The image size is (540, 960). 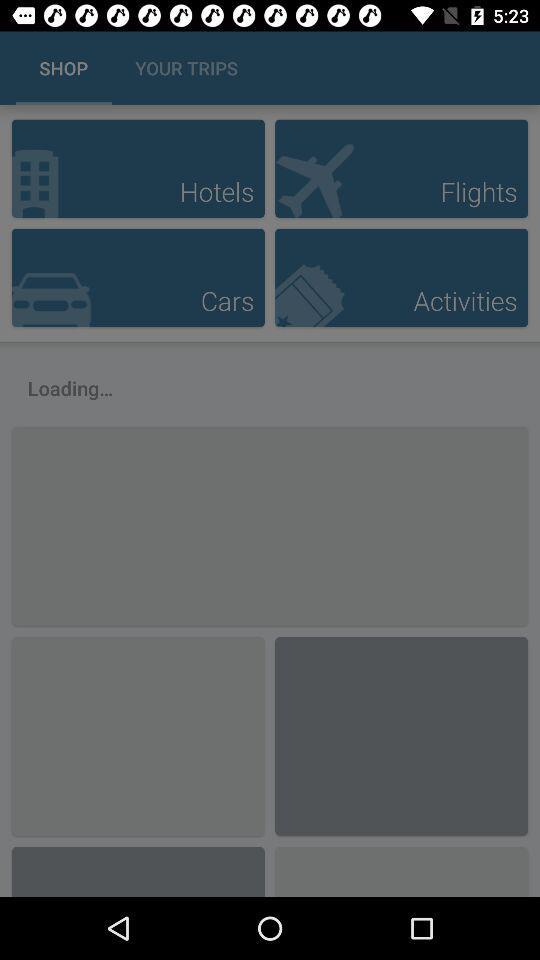 I want to click on shop hotels, so click(x=137, y=167).